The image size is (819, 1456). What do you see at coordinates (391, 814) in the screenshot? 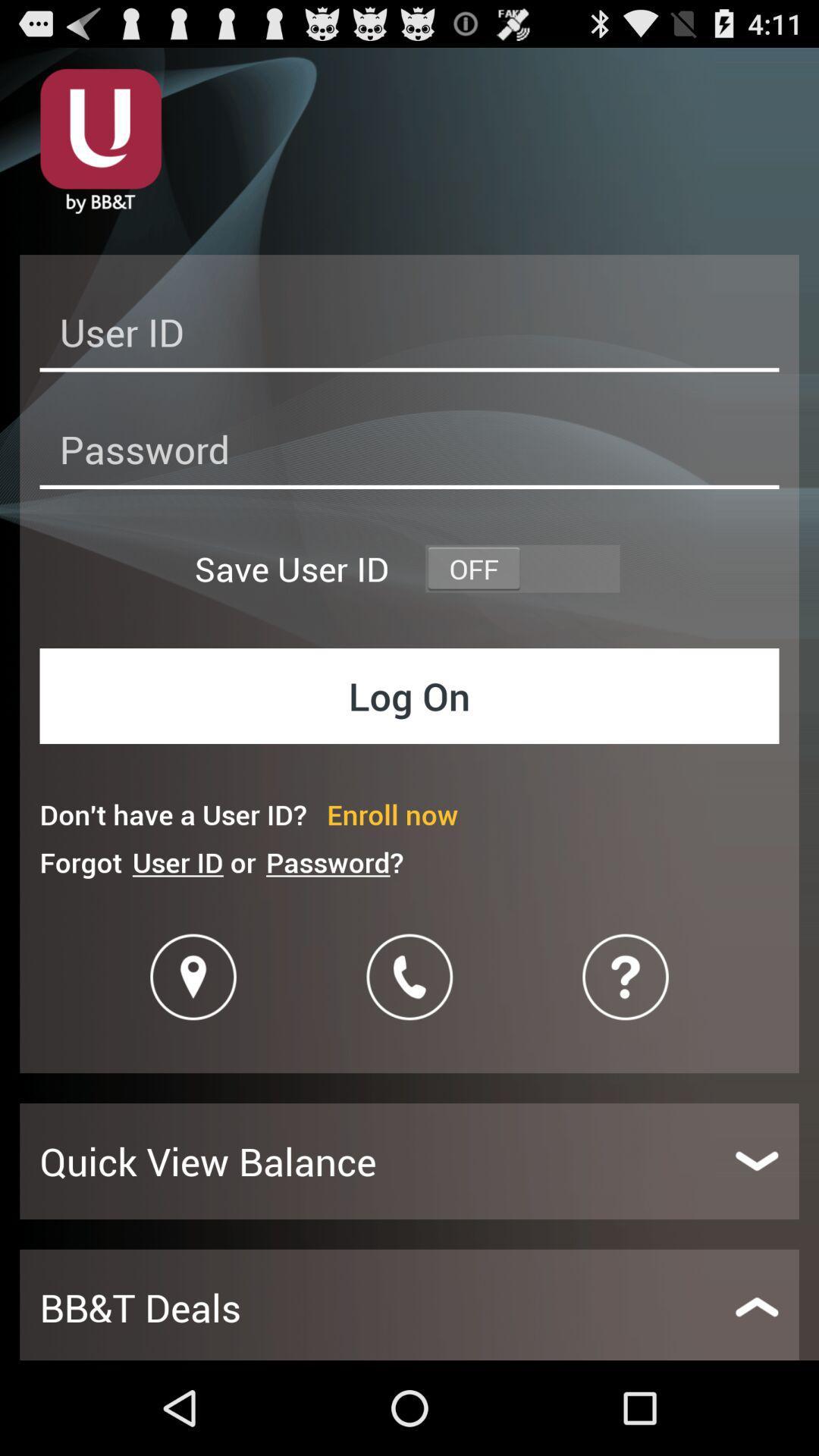
I see `the icon above password? icon` at bounding box center [391, 814].